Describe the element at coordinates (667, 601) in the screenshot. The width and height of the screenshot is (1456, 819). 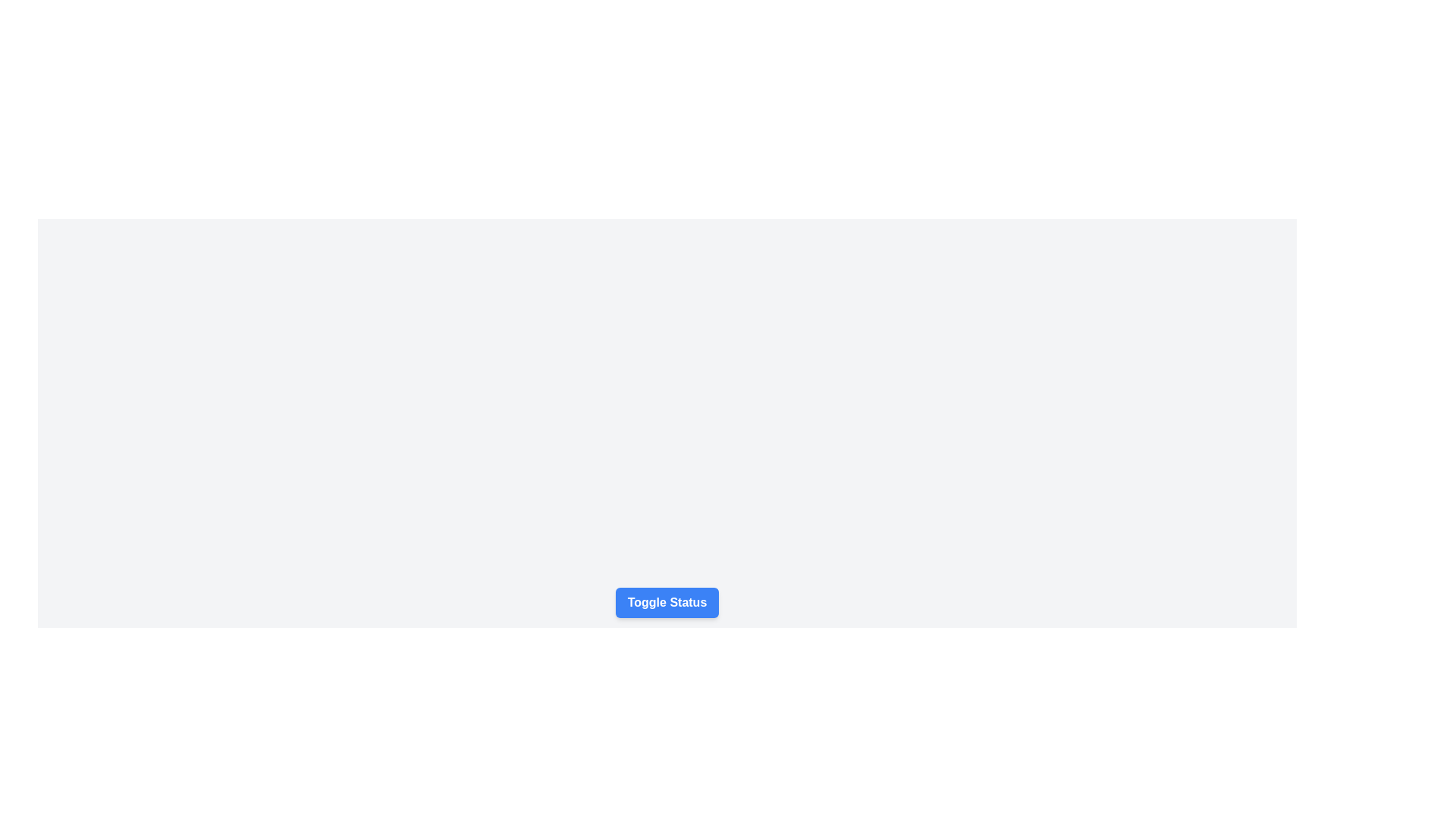
I see `the topmost button in the vertical stack` at that location.